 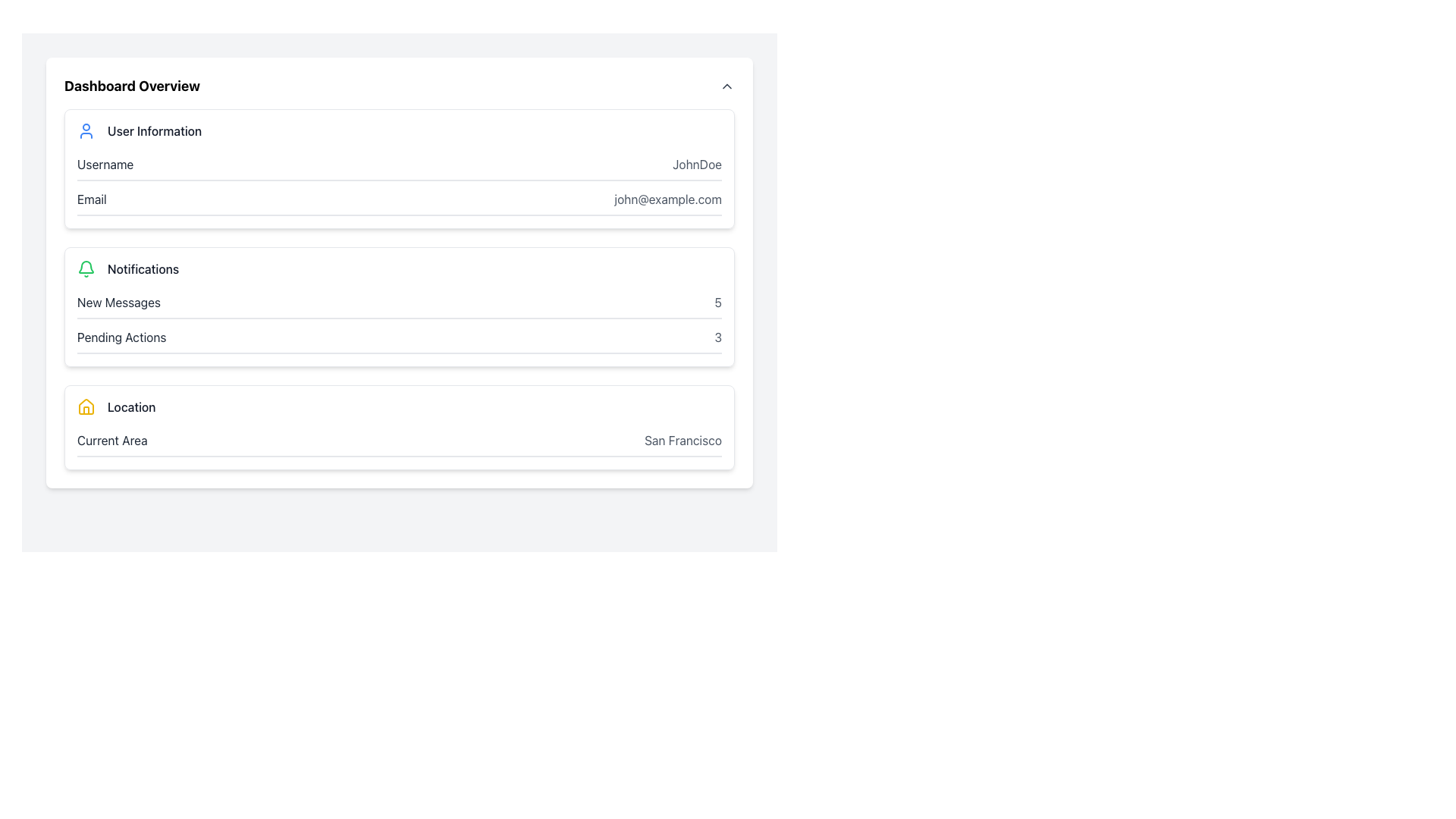 What do you see at coordinates (111, 441) in the screenshot?
I see `the 'Current Area' text label, which is styled in gray and located in the 'Location' section of the interface` at bounding box center [111, 441].